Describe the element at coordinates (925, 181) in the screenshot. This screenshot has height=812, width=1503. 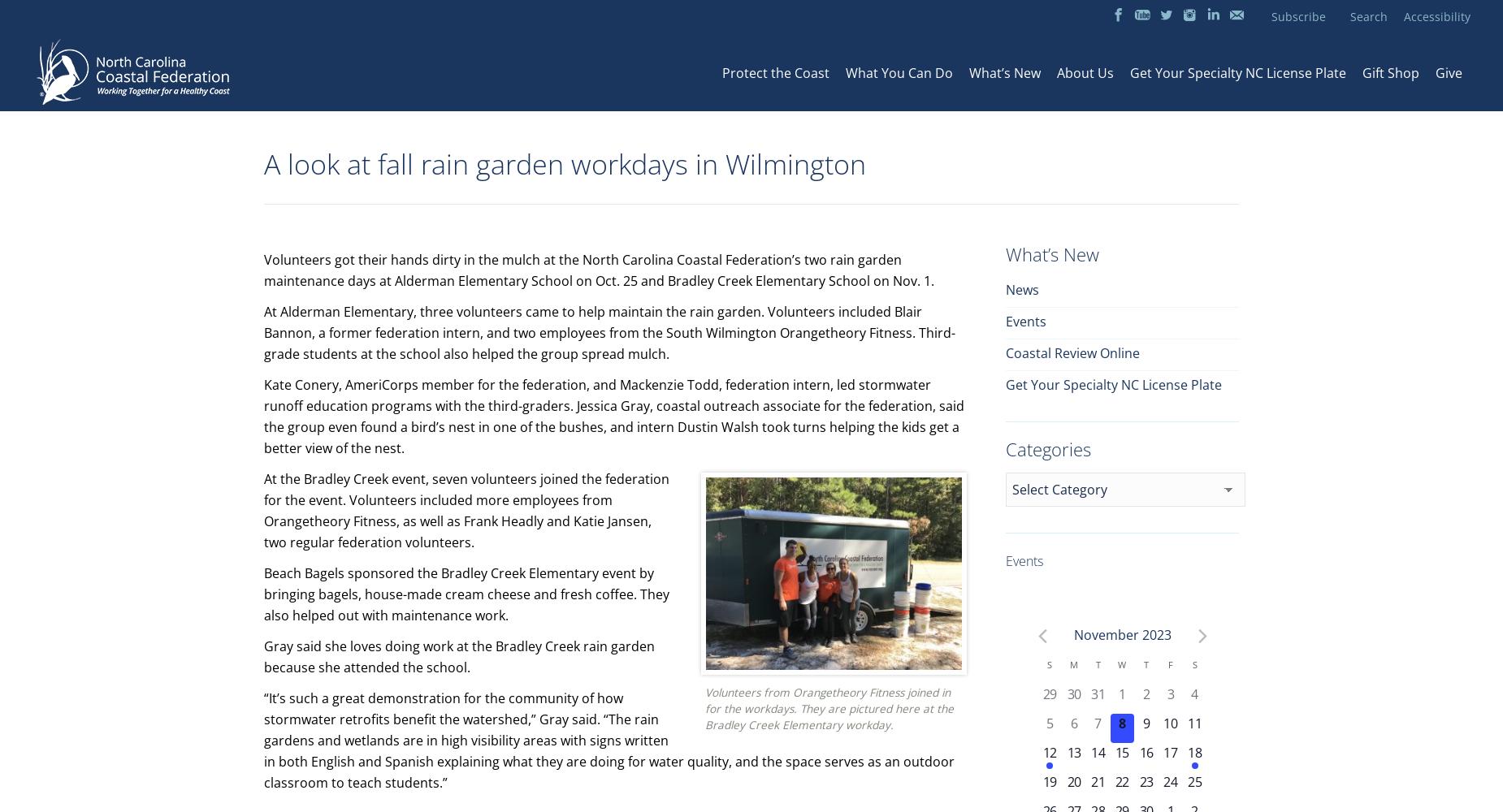
I see `'Effective Coastal Management'` at that location.